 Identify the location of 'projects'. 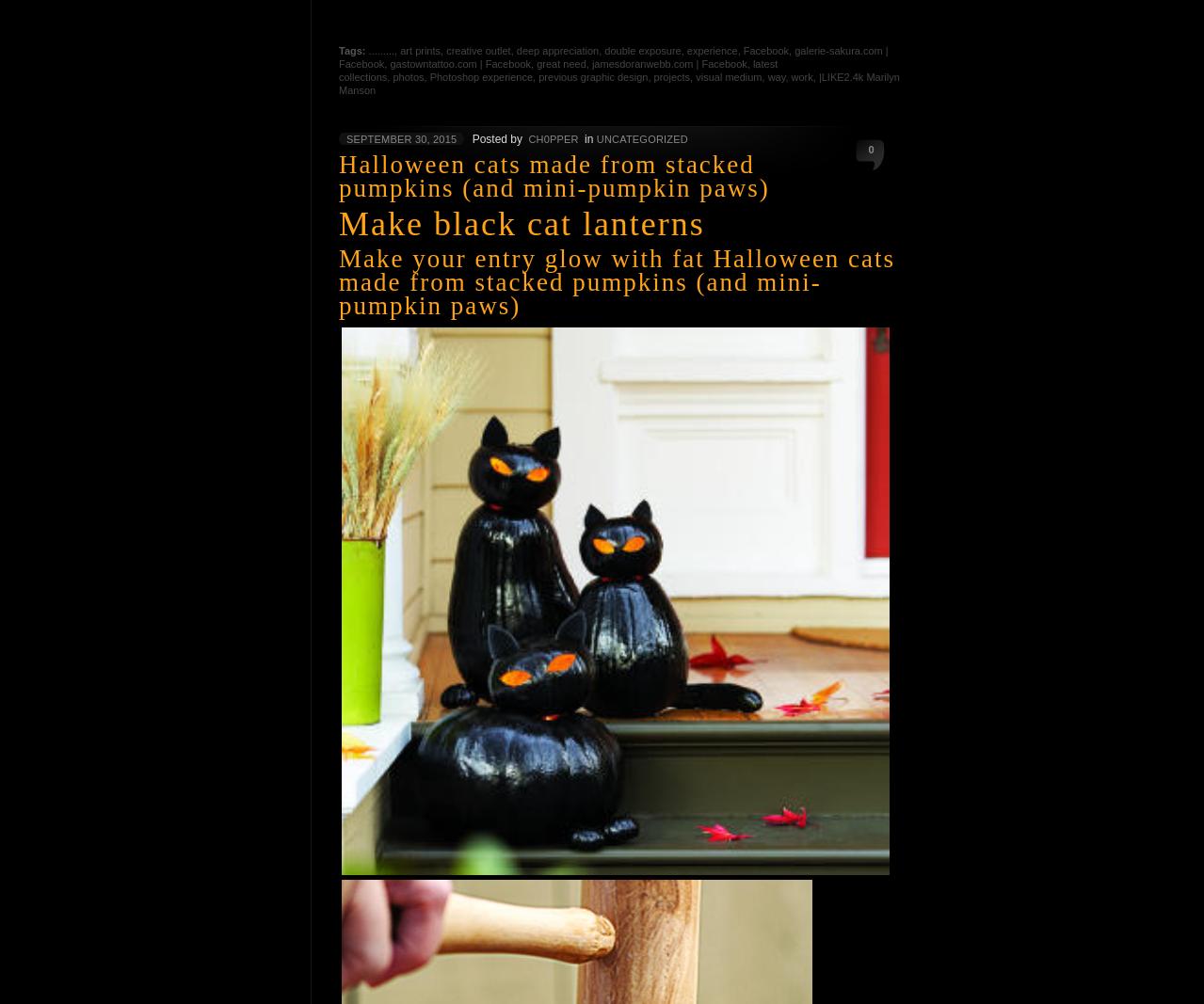
(671, 76).